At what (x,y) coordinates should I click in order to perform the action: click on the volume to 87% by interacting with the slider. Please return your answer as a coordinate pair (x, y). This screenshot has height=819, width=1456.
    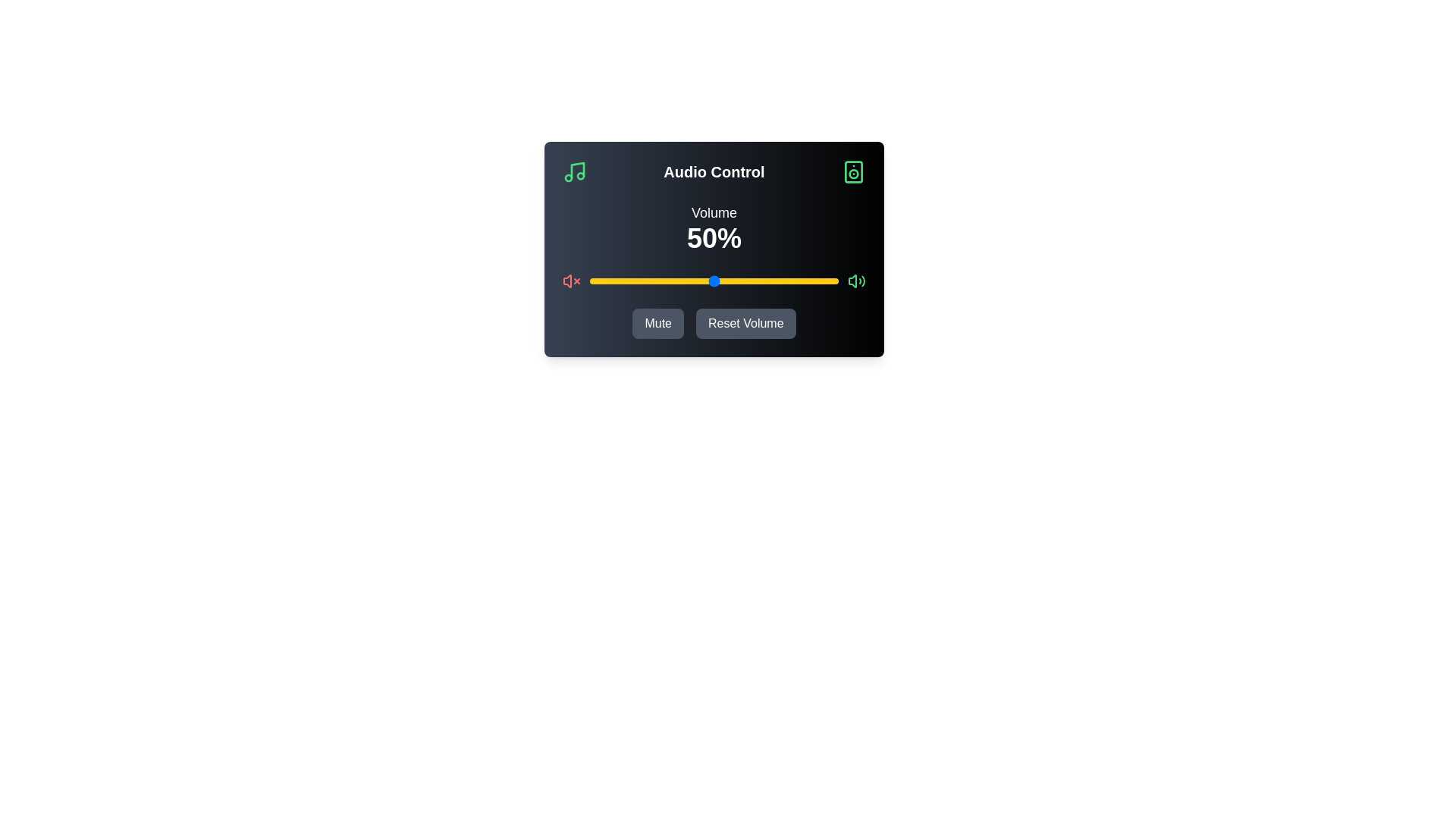
    Looking at the image, I should click on (805, 281).